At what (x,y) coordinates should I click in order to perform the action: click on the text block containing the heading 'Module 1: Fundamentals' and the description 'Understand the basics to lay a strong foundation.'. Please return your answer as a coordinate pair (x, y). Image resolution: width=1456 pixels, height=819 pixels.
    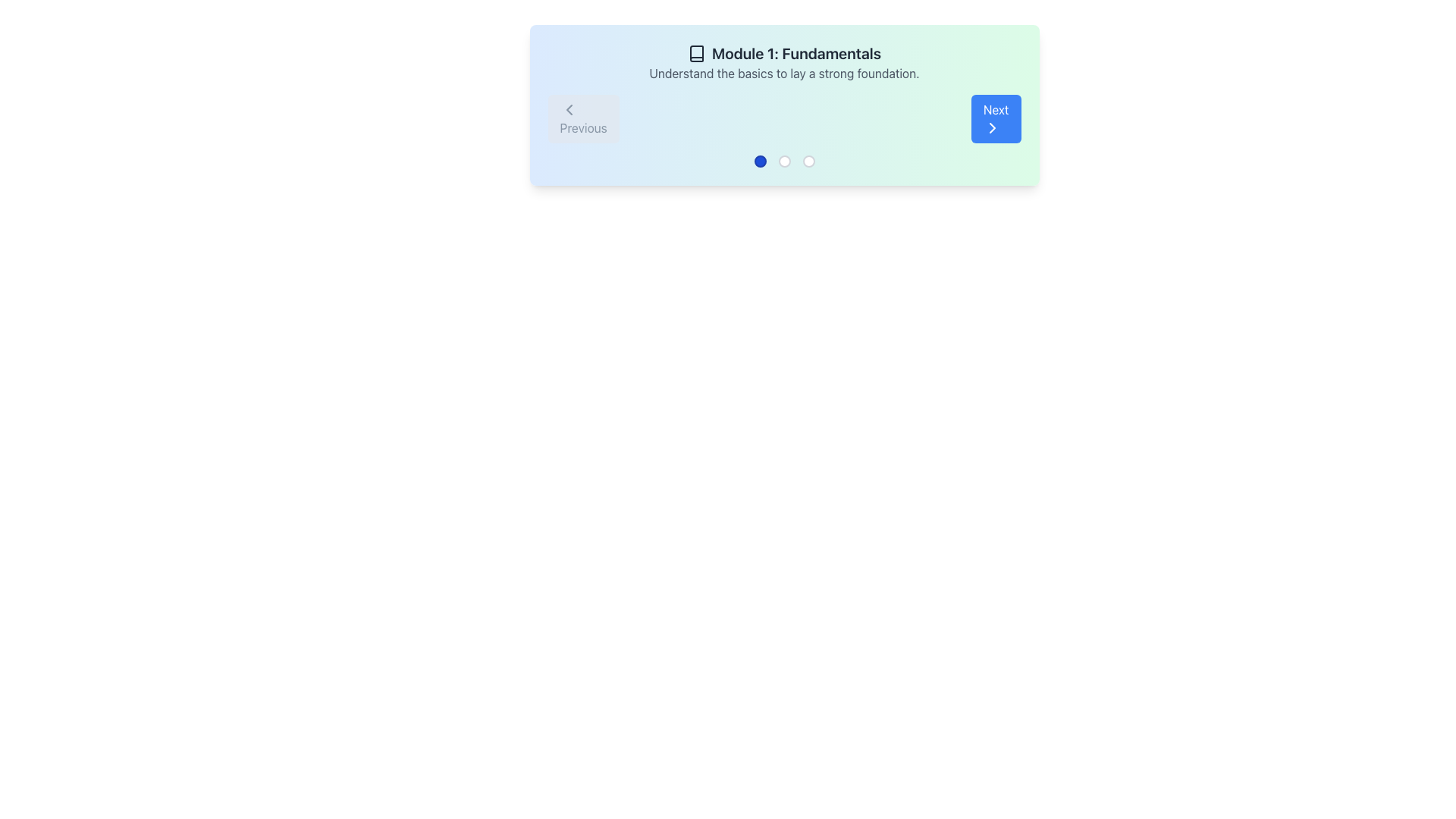
    Looking at the image, I should click on (784, 62).